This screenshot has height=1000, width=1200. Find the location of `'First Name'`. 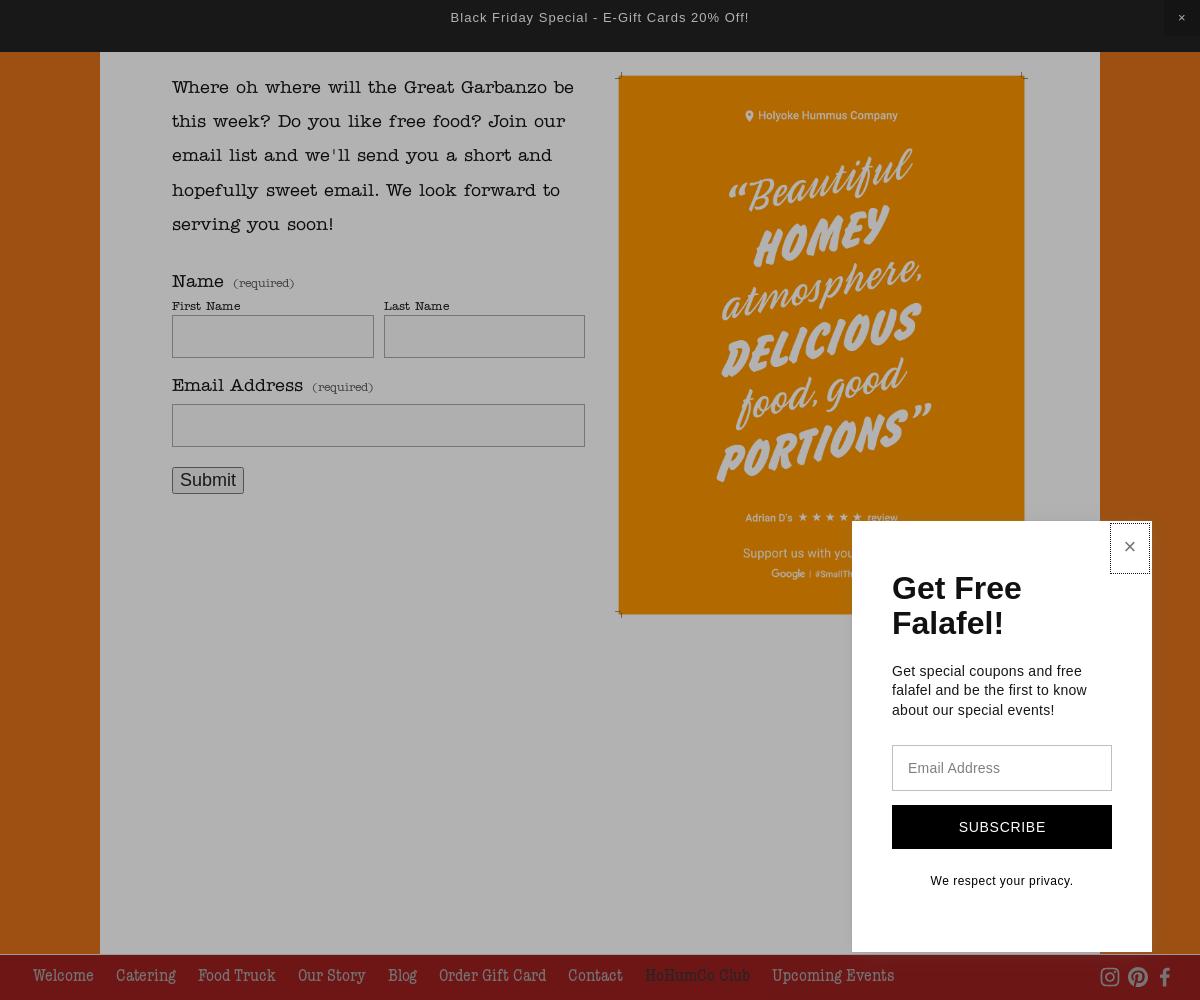

'First Name' is located at coordinates (205, 306).